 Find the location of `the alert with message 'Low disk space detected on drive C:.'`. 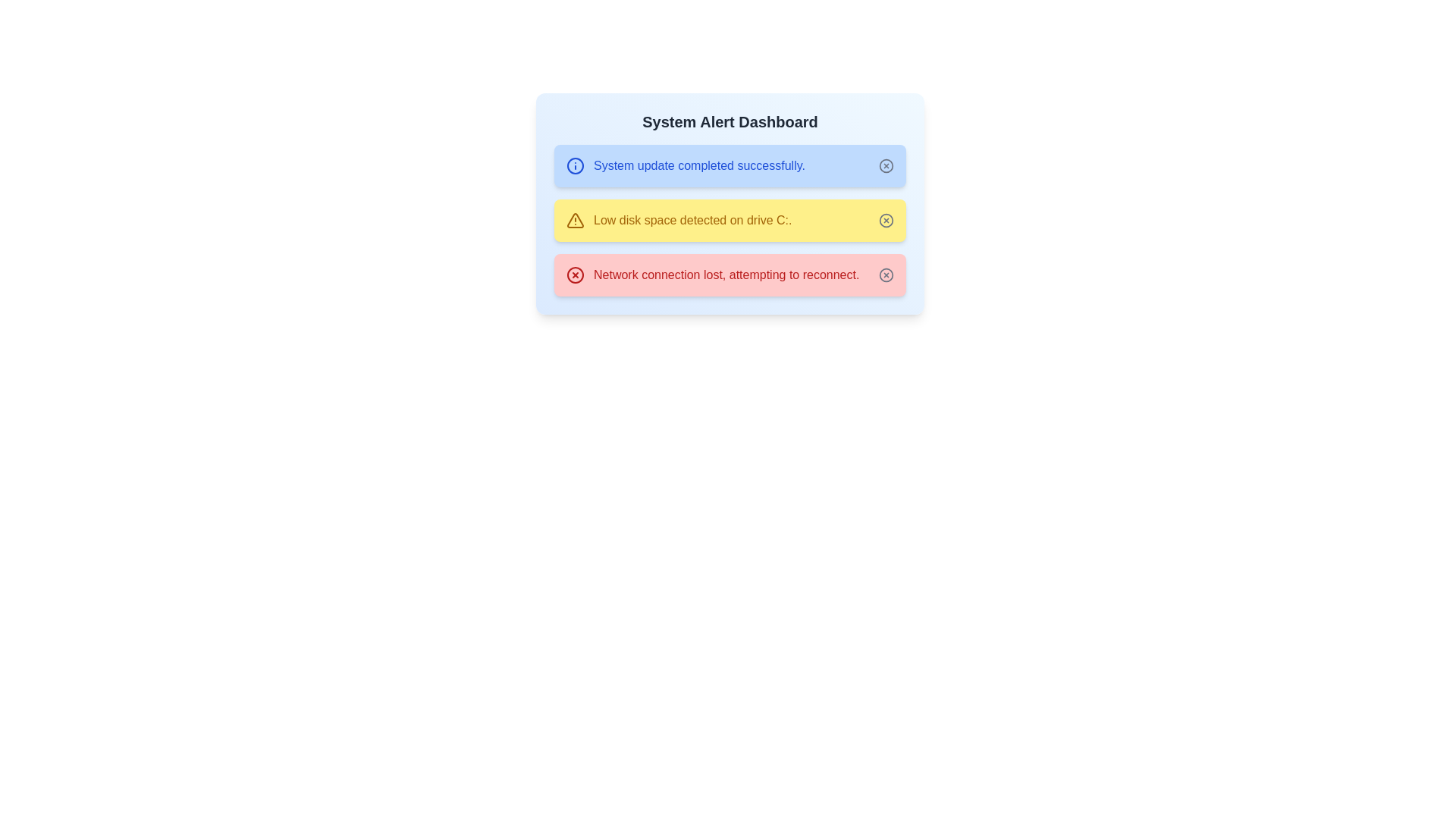

the alert with message 'Low disk space detected on drive C:.' is located at coordinates (679, 220).